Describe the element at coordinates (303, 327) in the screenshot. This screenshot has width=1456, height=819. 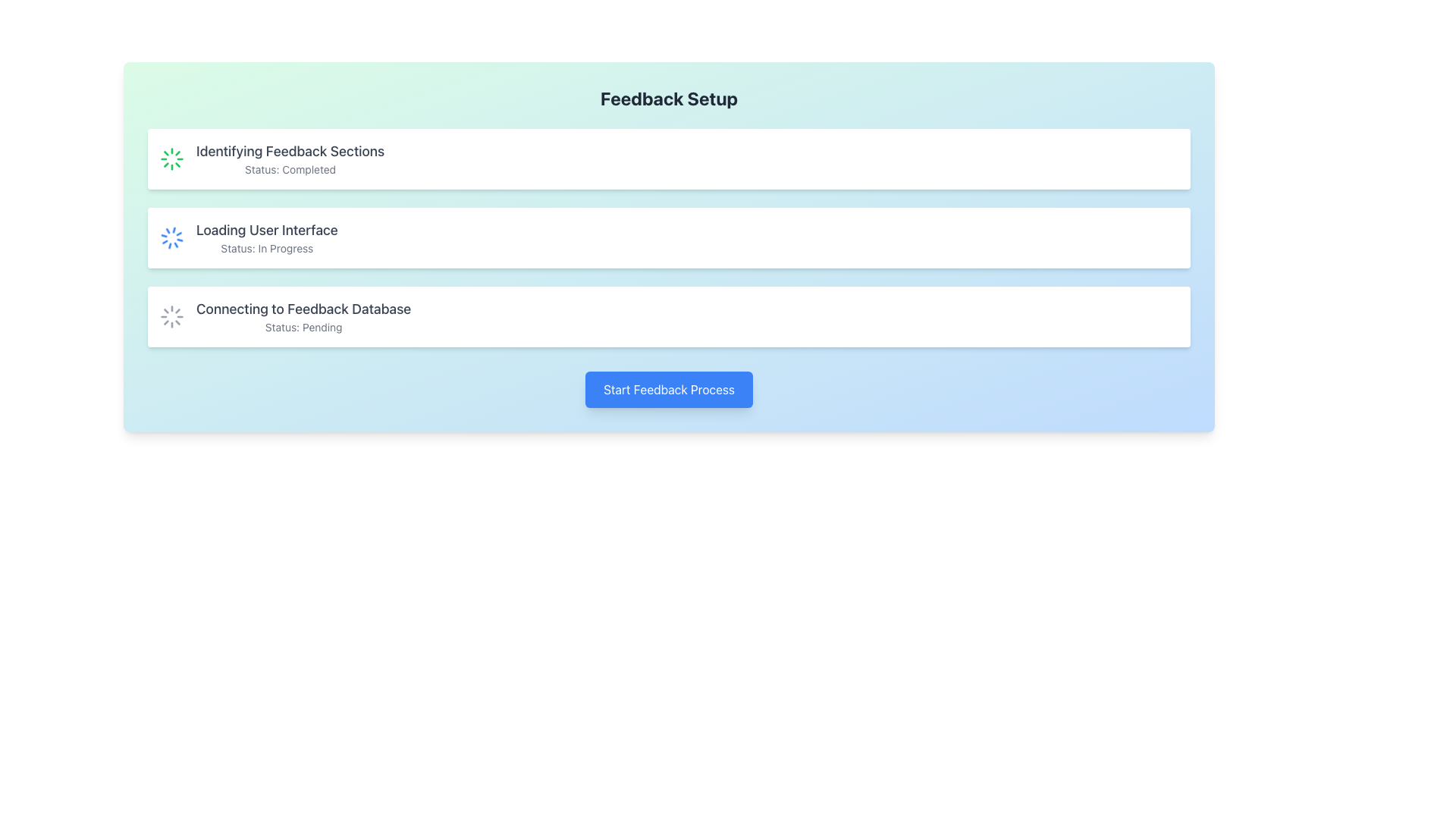
I see `the text label that reads 'Status: Pending', located below the heading 'Connecting to Feedback Database' in the third card of the vertical list` at that location.